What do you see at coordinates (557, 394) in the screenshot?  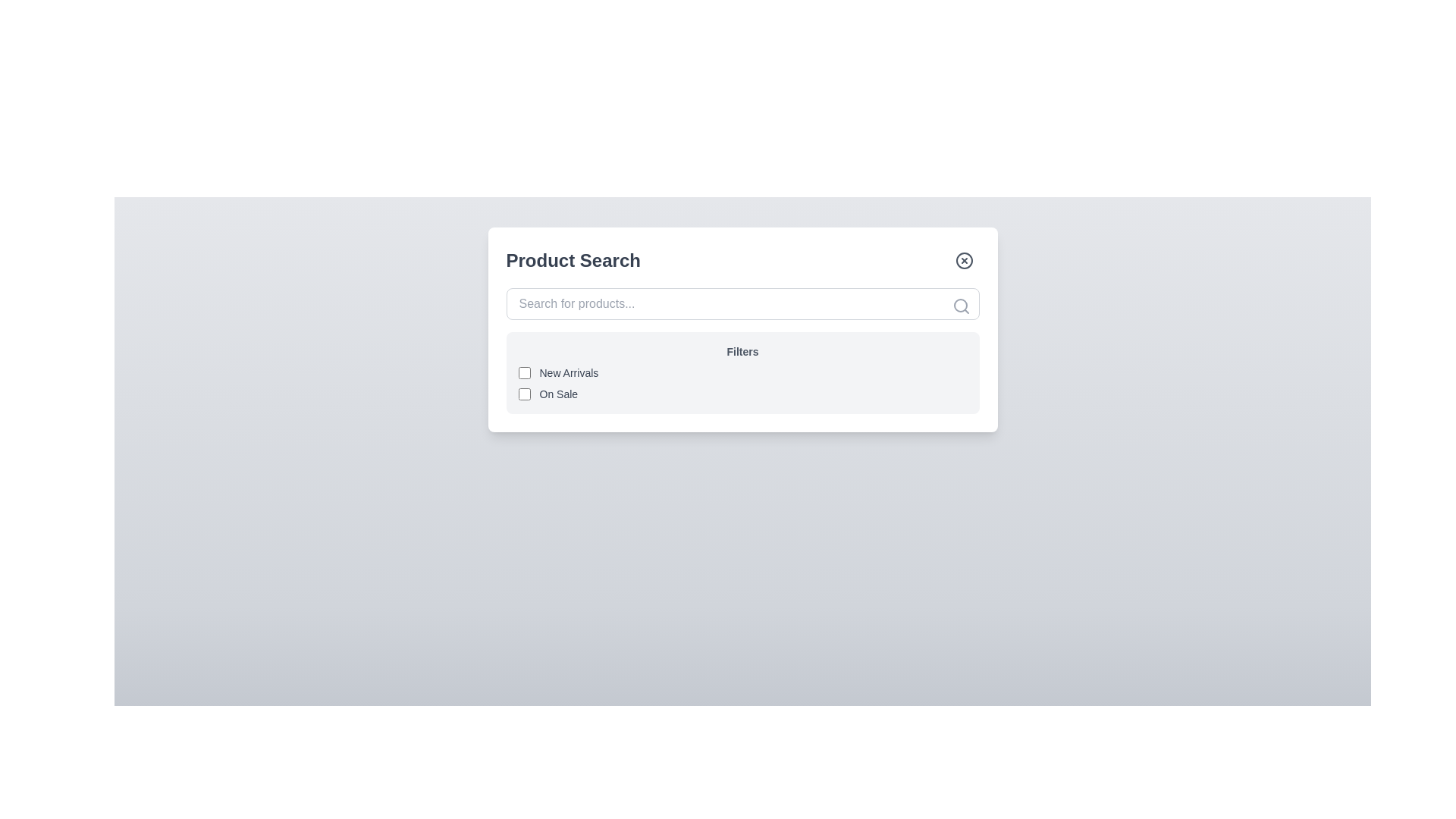 I see `the 'On Sale' label which is styled in small gray font and positioned to the right of a checkbox within the filter options section under the 'Product Search' header` at bounding box center [557, 394].